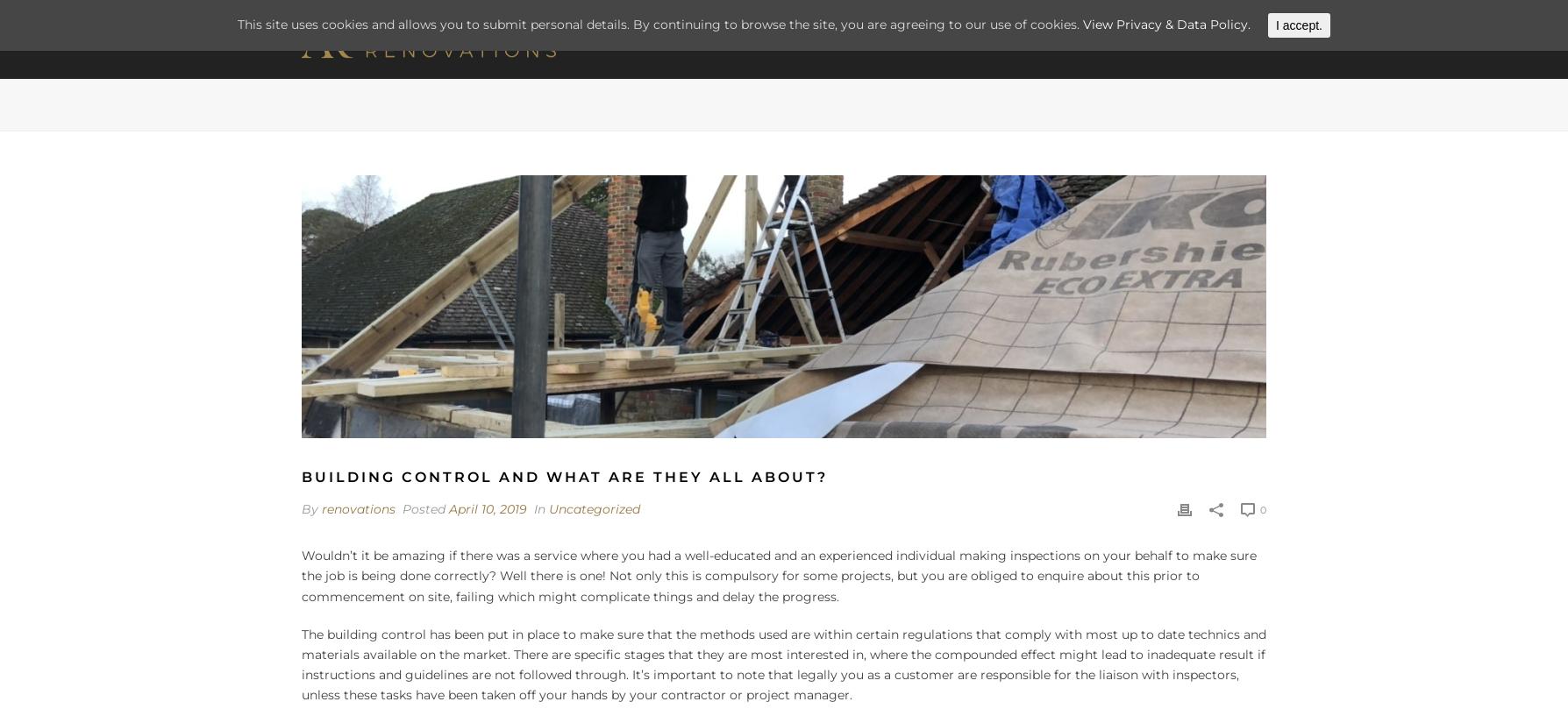  Describe the element at coordinates (1299, 25) in the screenshot. I see `'I accept.'` at that location.